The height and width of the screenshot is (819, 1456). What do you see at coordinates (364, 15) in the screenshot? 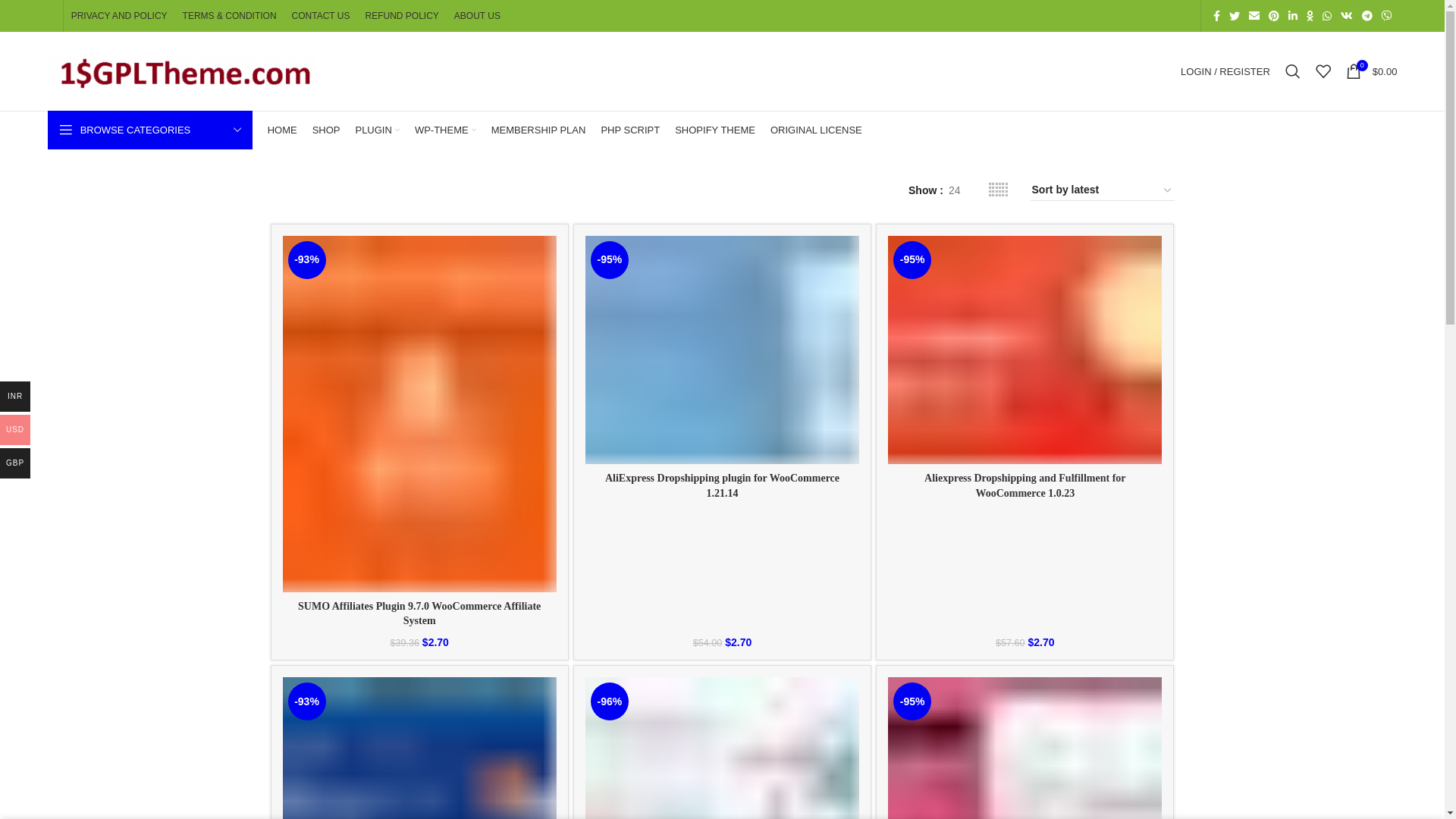
I see `'REFUND POLICY'` at bounding box center [364, 15].